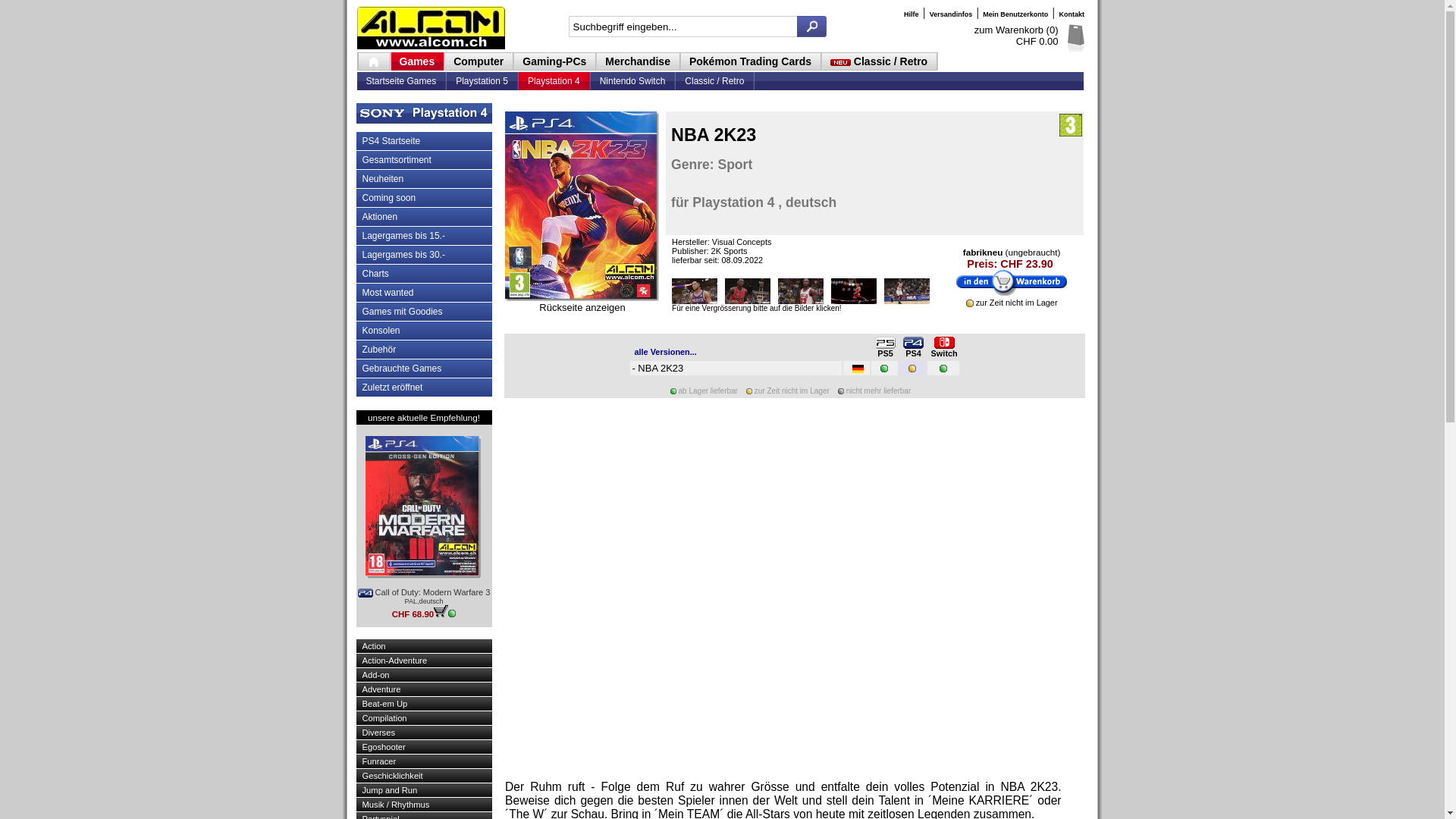 This screenshot has height=819, width=1456. What do you see at coordinates (580, 205) in the screenshot?
I see `'NBA 2K23 (Playstation 4)'` at bounding box center [580, 205].